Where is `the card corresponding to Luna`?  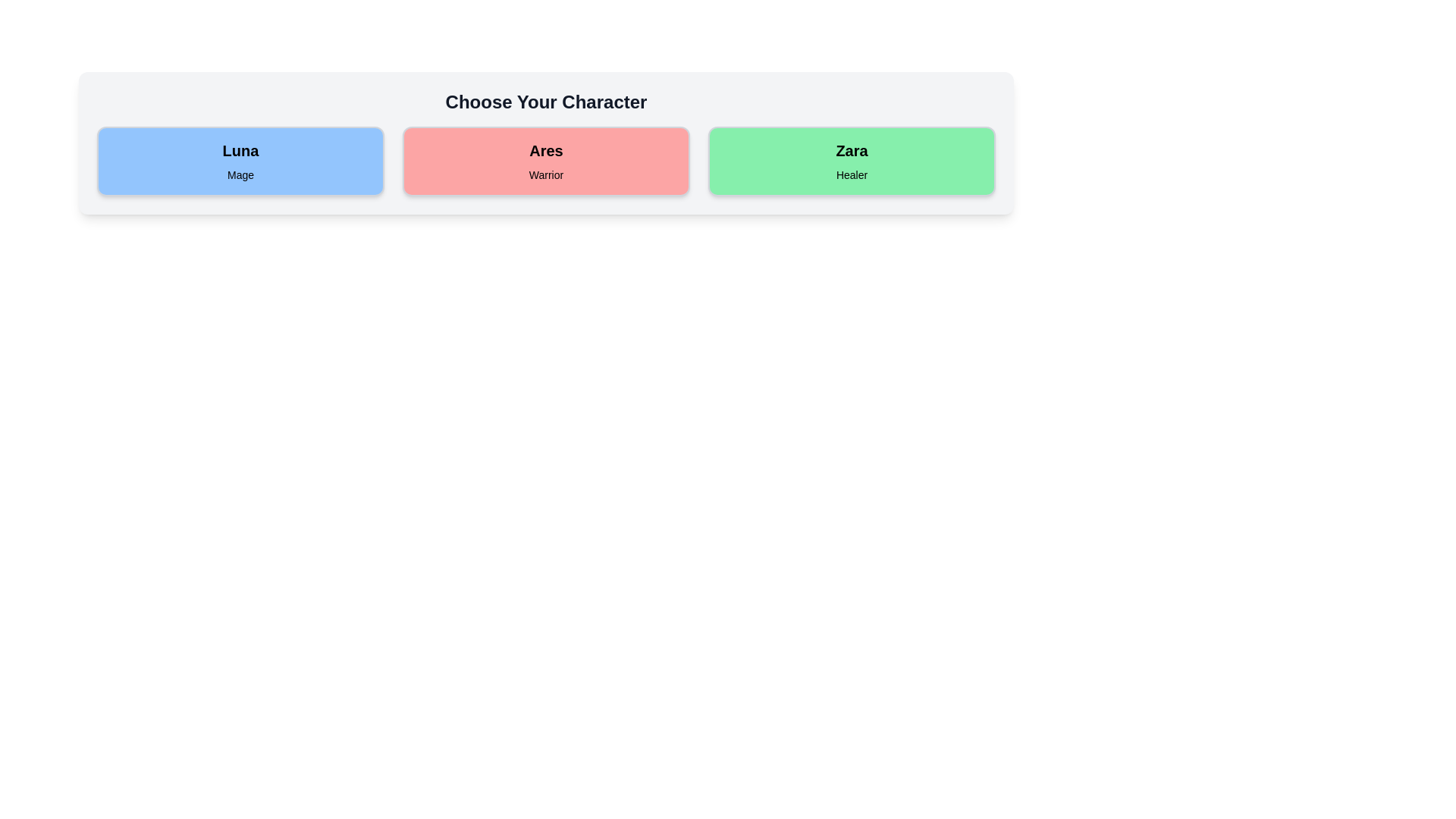
the card corresponding to Luna is located at coordinates (240, 161).